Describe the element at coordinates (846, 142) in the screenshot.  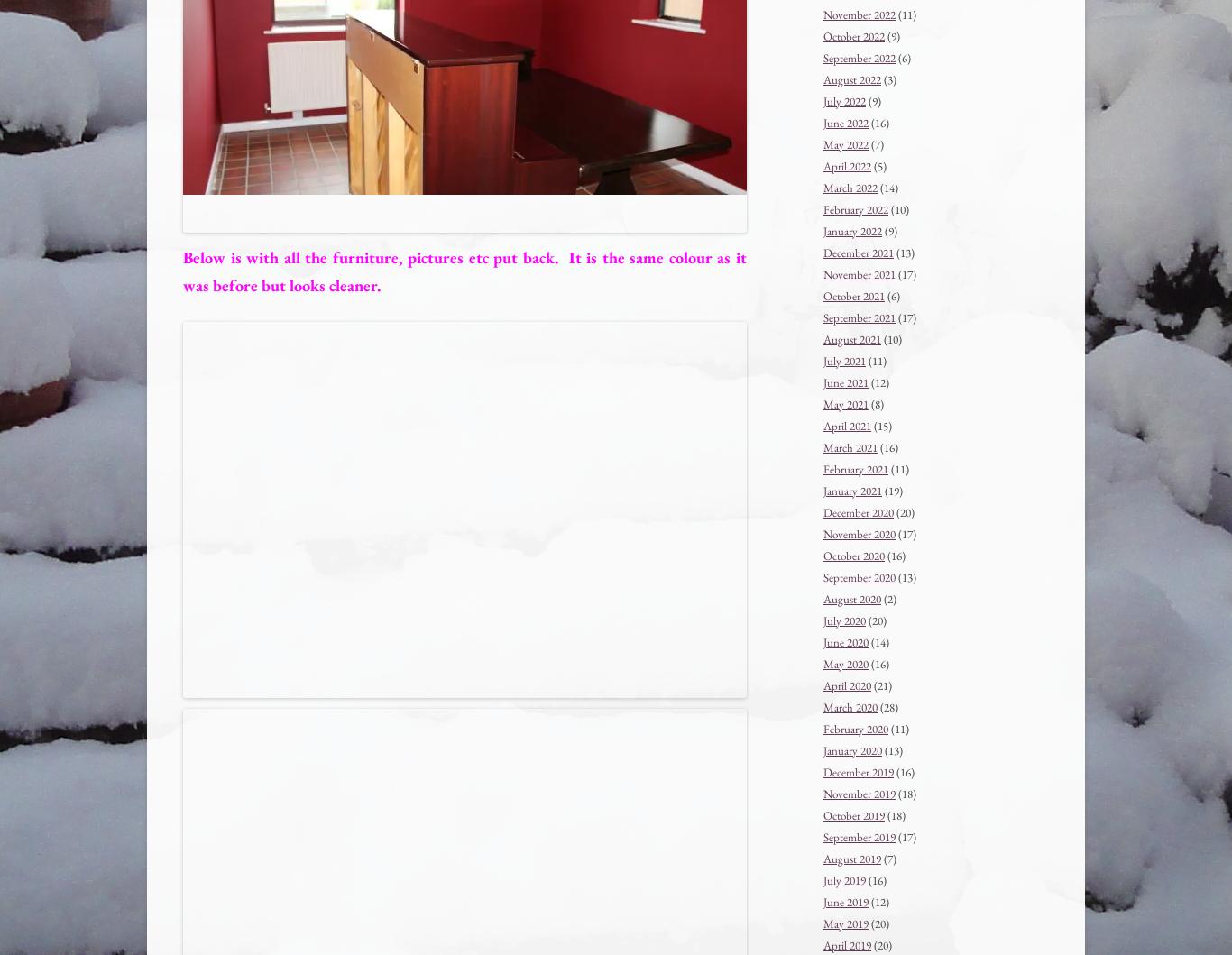
I see `'May 2022'` at that location.